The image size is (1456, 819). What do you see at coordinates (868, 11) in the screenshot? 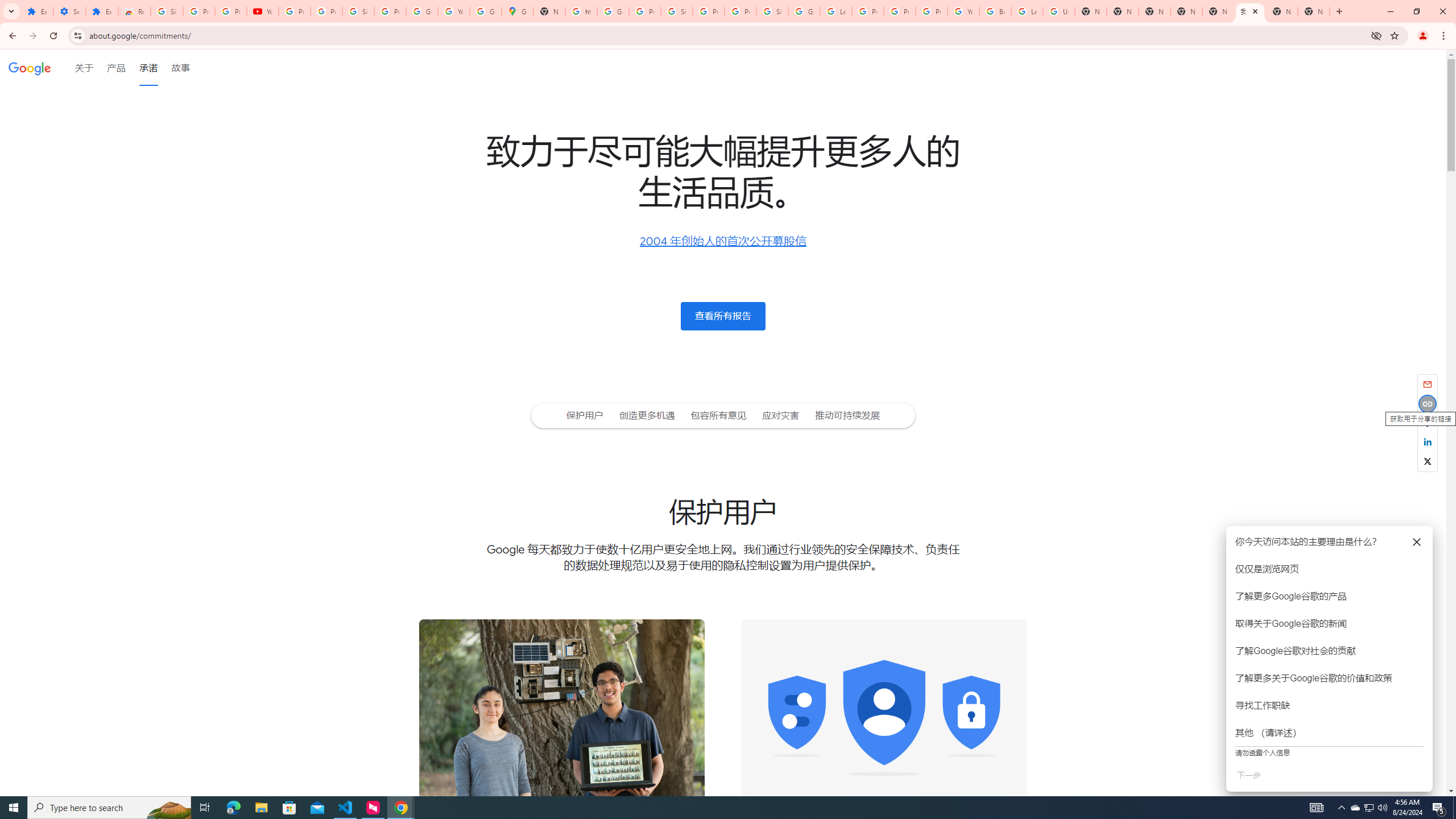
I see `'Privacy Help Center - Policies Help'` at bounding box center [868, 11].